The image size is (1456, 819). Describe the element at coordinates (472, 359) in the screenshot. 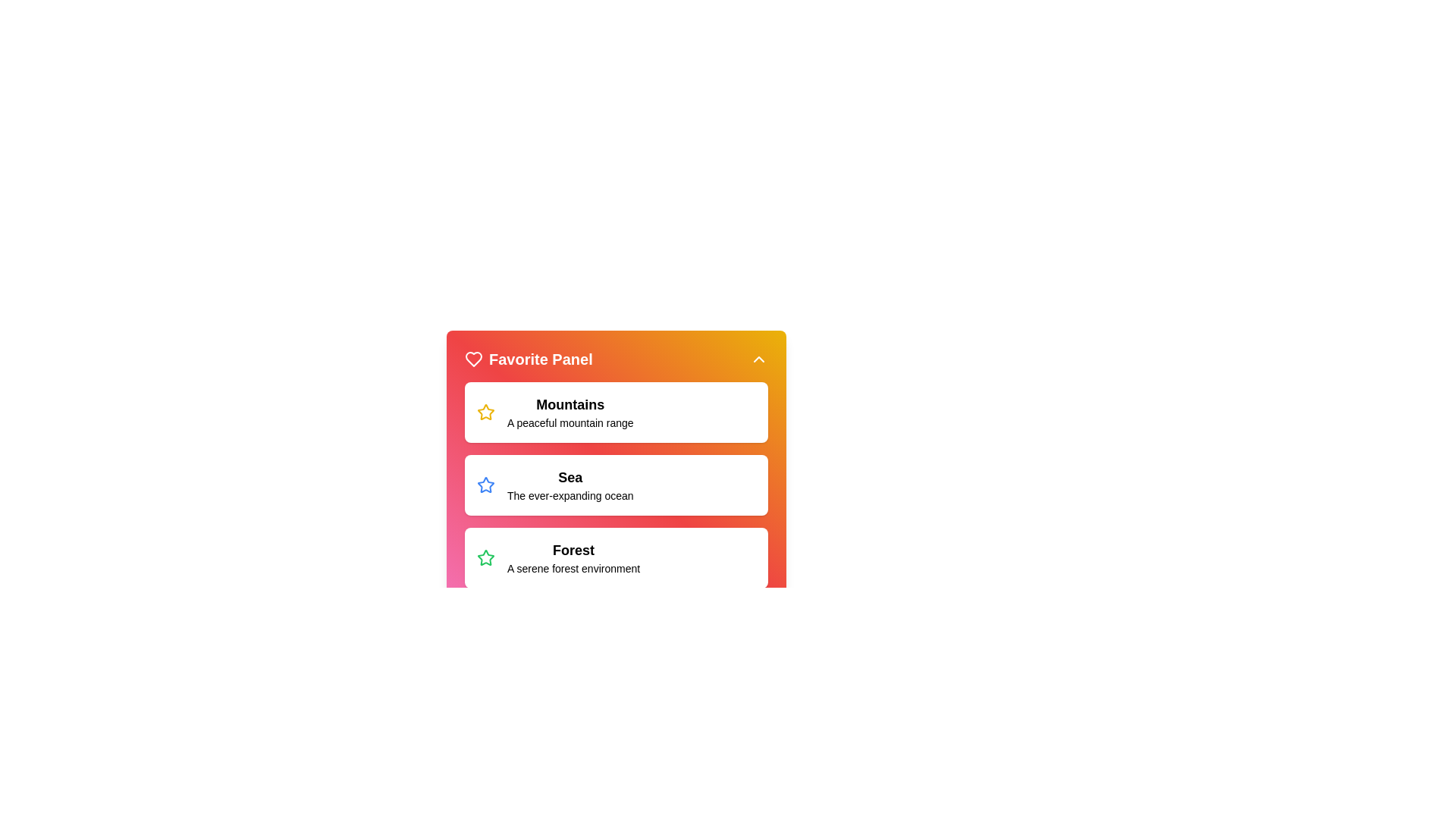

I see `the heart-shaped icon filled with red color located in the top-left corner of the 'Favorite Panel' header` at that location.